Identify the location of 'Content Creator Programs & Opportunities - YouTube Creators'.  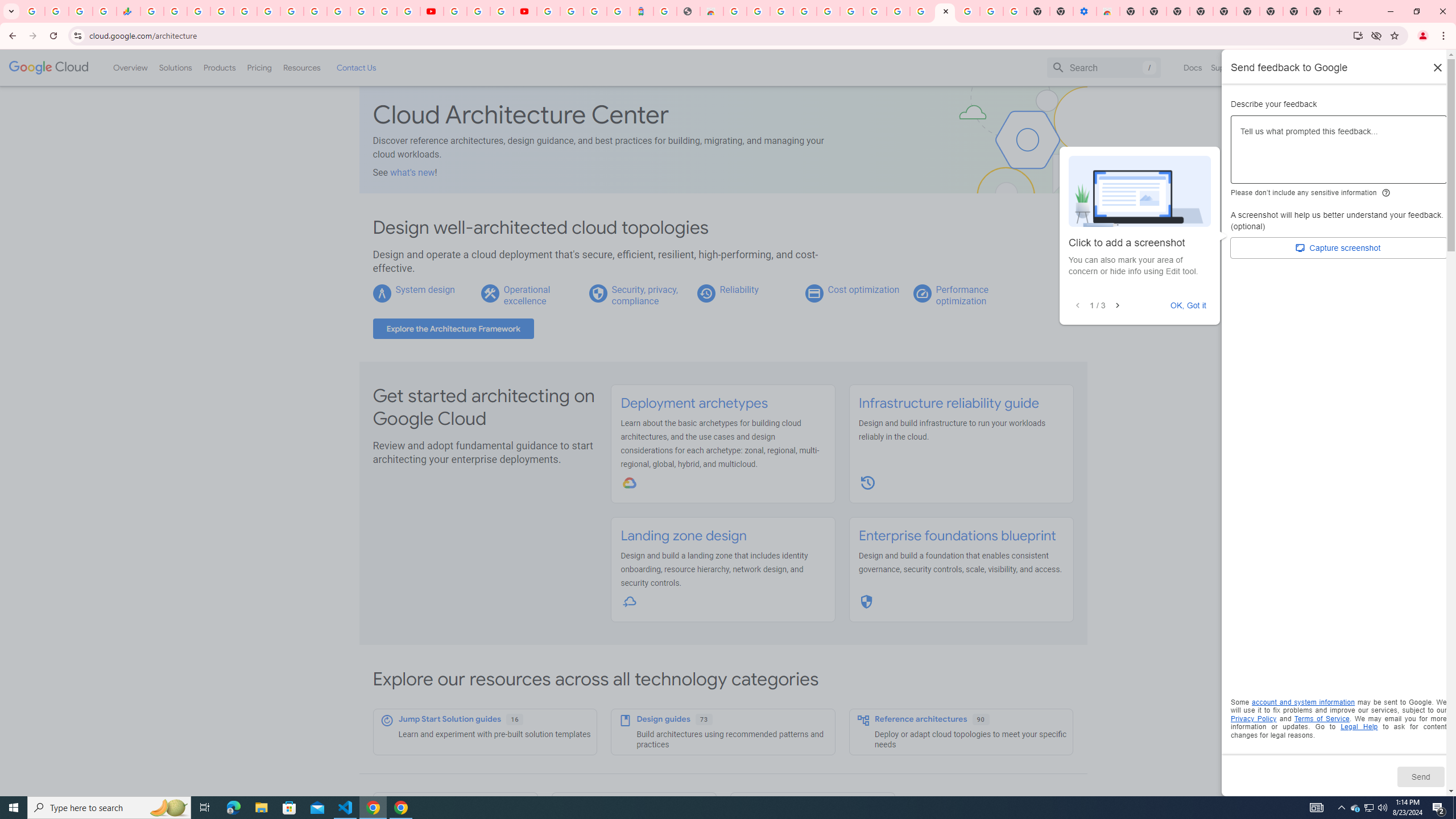
(524, 11).